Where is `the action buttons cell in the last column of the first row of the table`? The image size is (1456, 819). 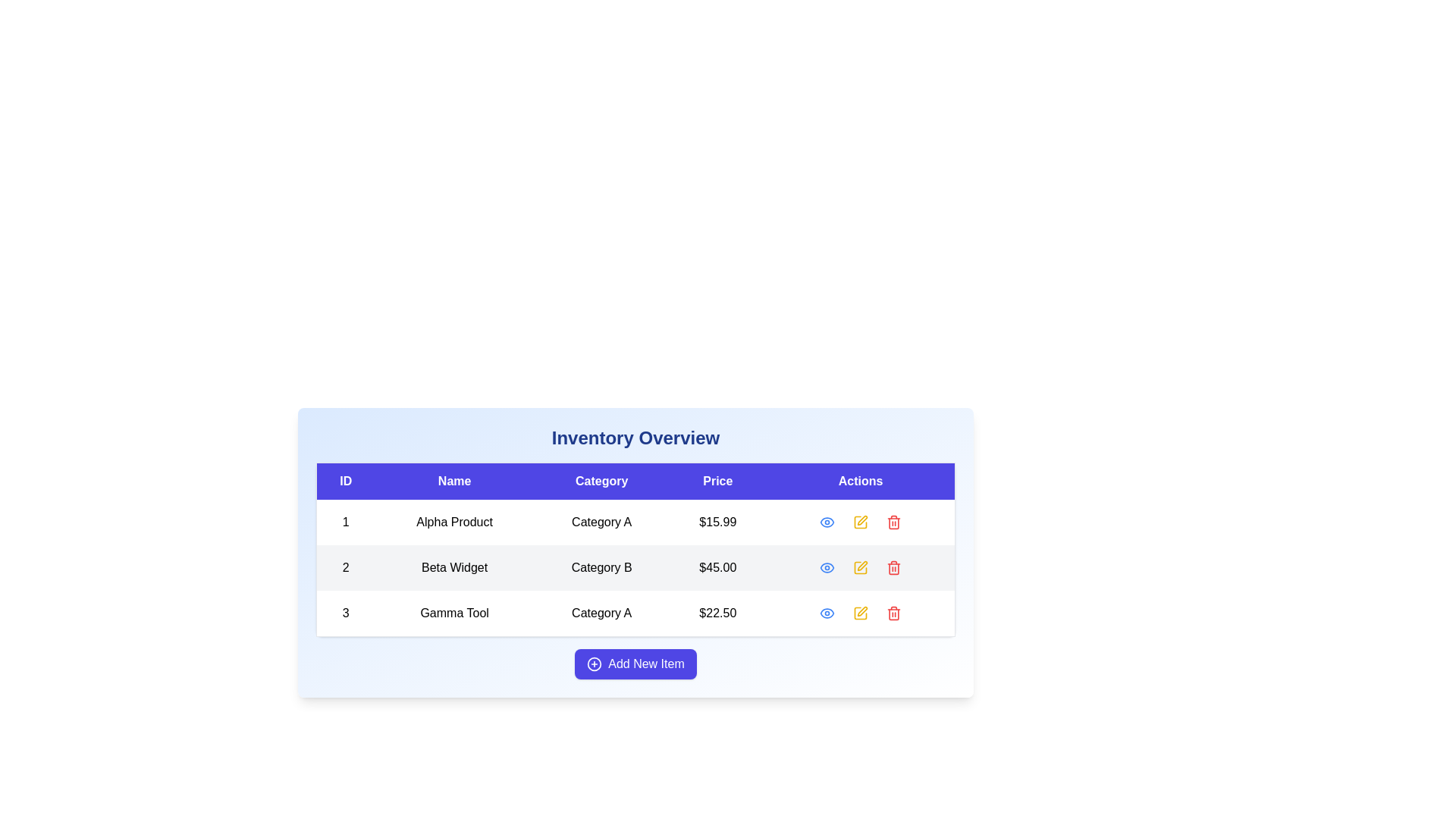 the action buttons cell in the last column of the first row of the table is located at coordinates (861, 522).